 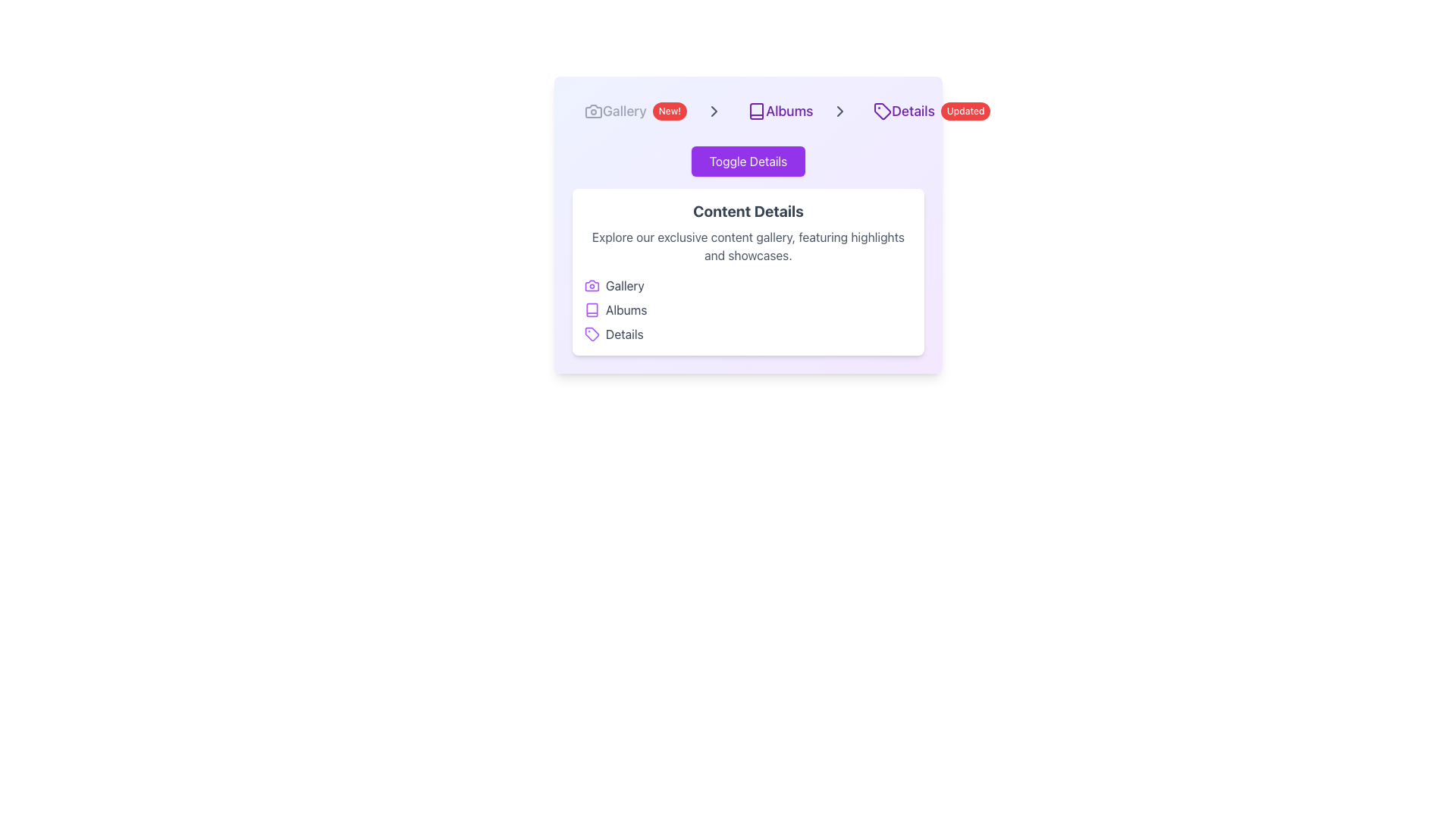 I want to click on the button, so click(x=748, y=161).